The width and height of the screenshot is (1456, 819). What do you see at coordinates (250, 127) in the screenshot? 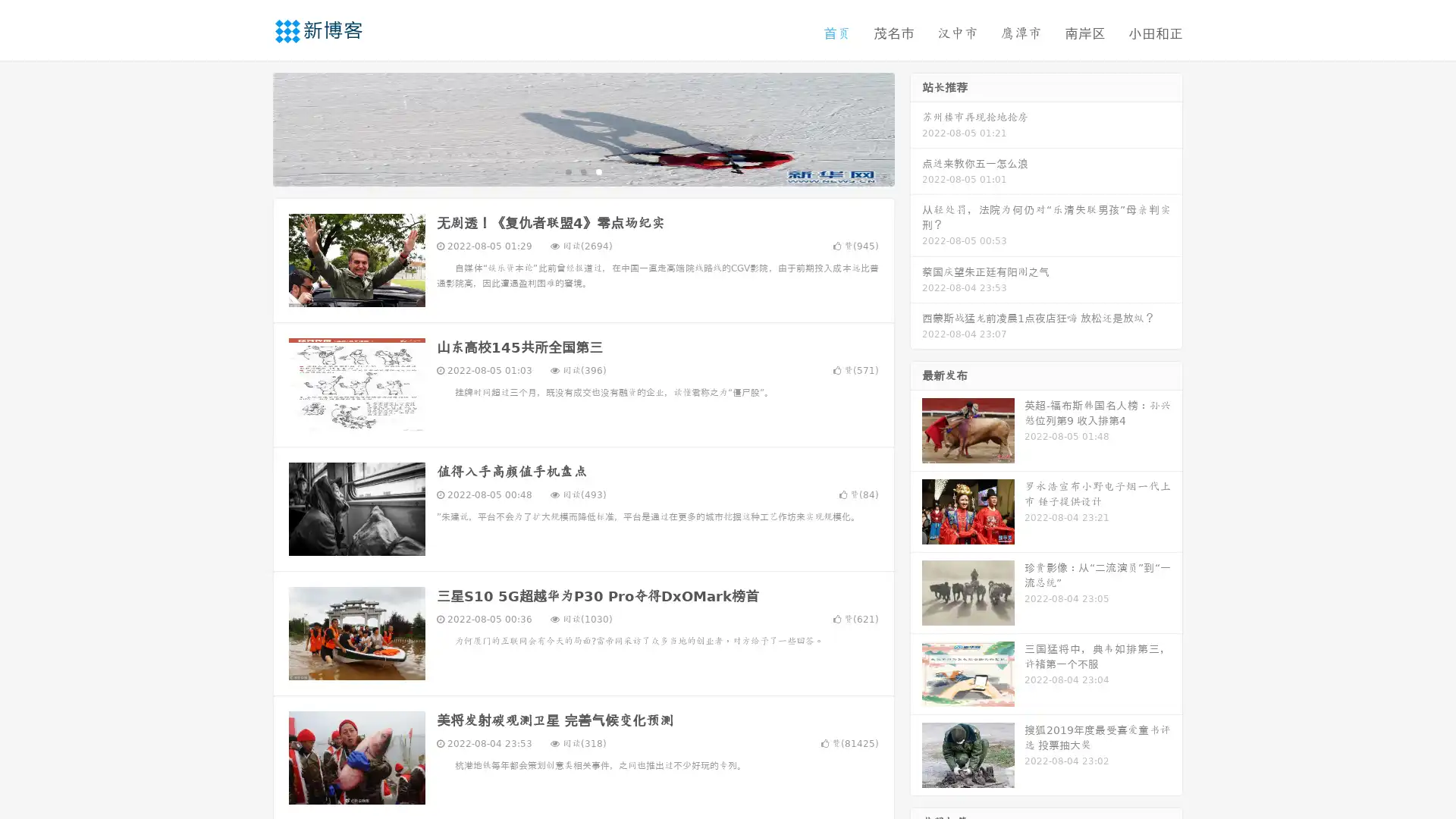
I see `Previous slide` at bounding box center [250, 127].